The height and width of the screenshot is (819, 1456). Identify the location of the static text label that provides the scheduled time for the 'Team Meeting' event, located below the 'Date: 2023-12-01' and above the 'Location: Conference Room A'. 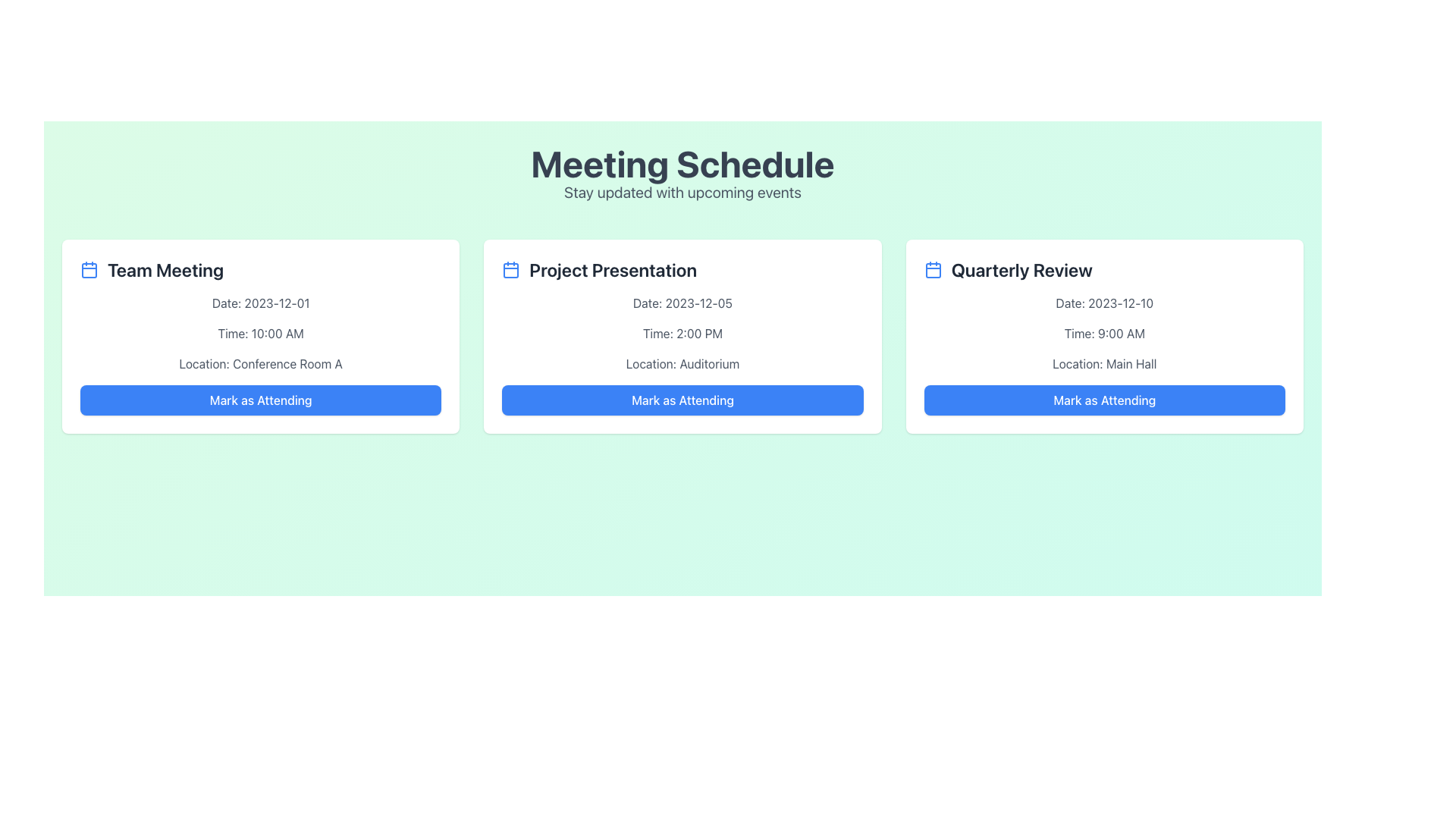
(261, 332).